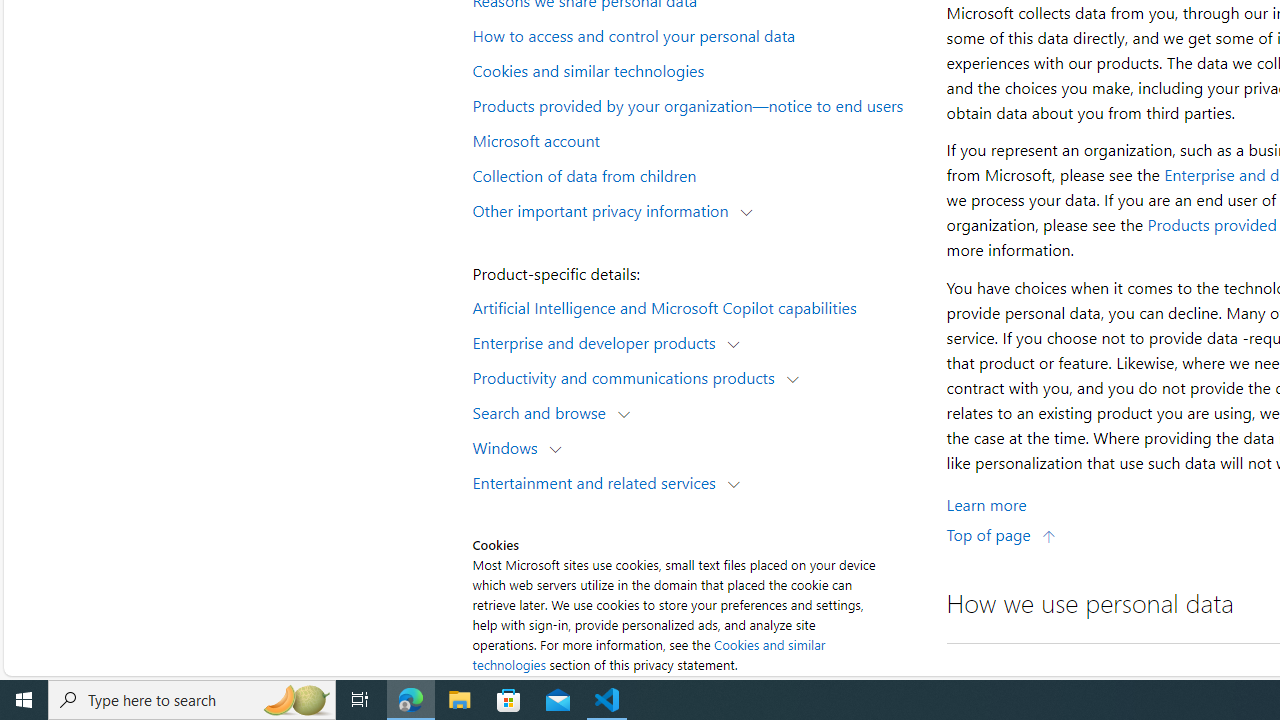  I want to click on 'Learn More about Personal data we collect', so click(986, 503).